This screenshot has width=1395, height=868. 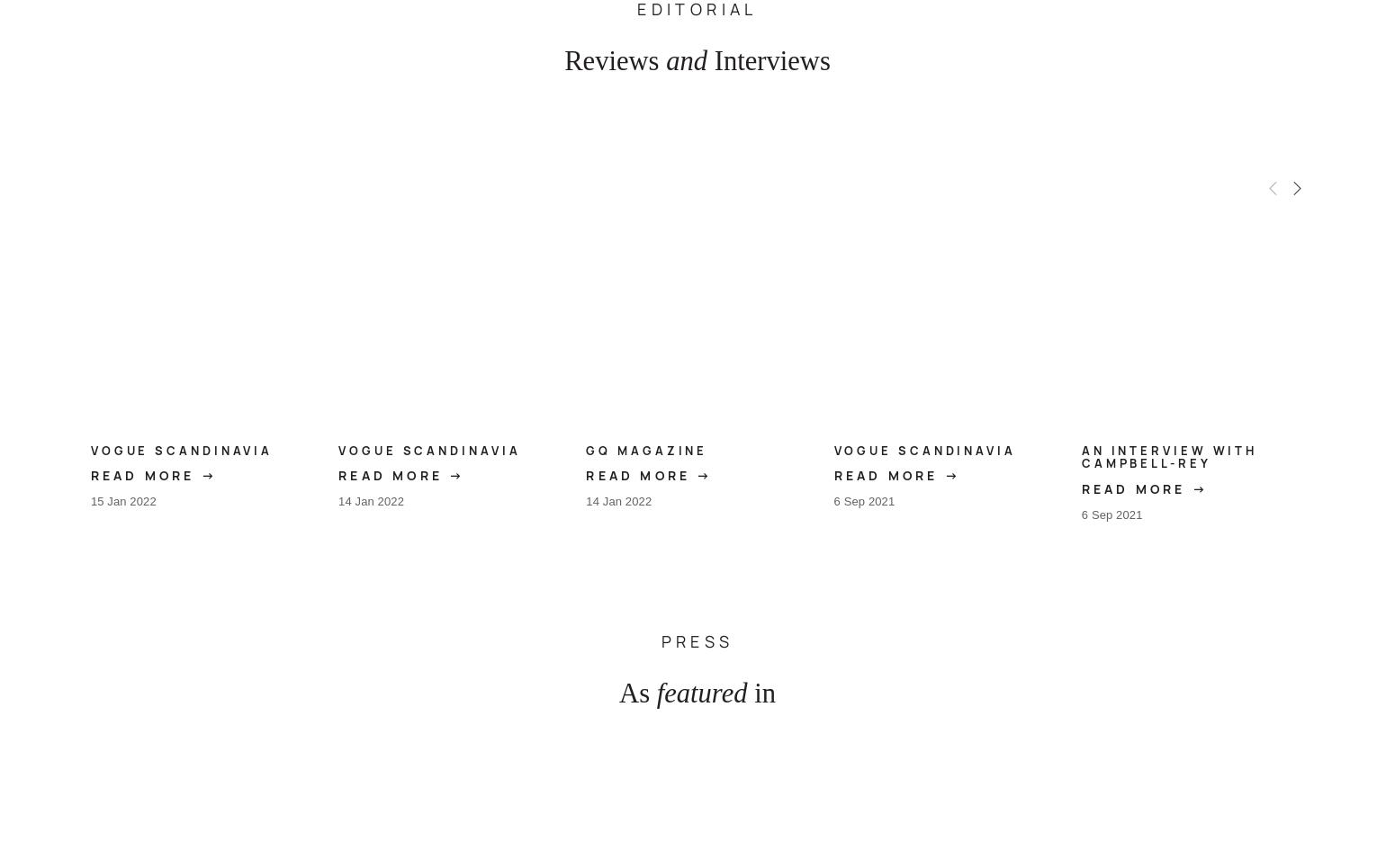 What do you see at coordinates (1168, 456) in the screenshot?
I see `'An Interview with Campbell-Rey'` at bounding box center [1168, 456].